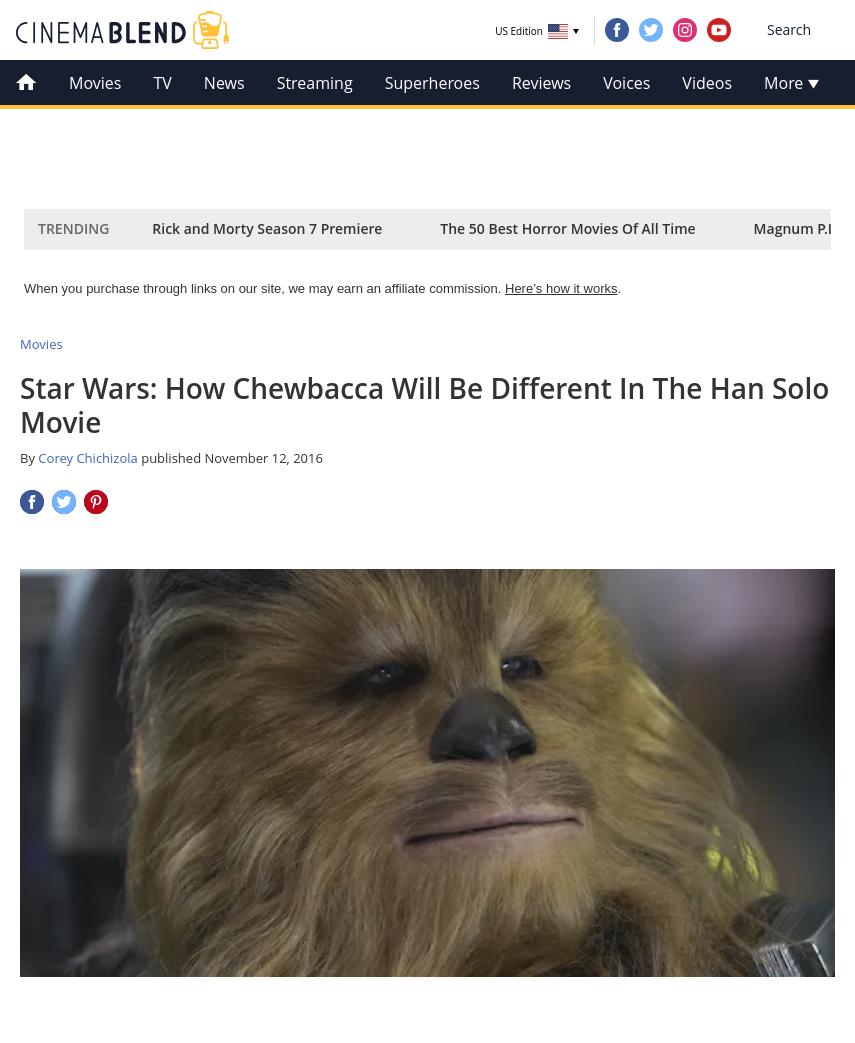 This screenshot has width=855, height=1043. Describe the element at coordinates (705, 83) in the screenshot. I see `'Videos'` at that location.